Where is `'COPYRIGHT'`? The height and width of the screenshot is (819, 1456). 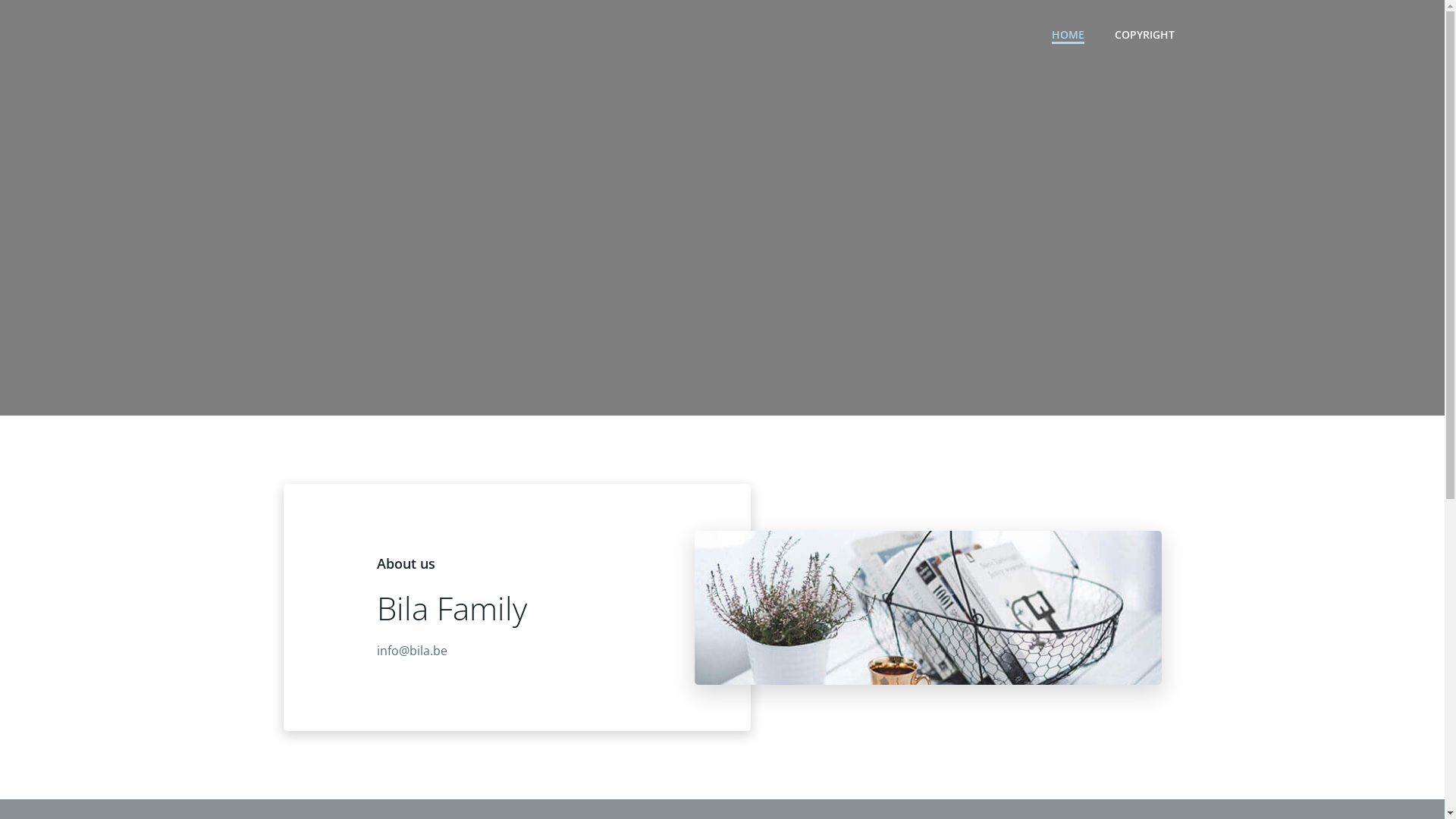 'COPYRIGHT' is located at coordinates (1144, 33).